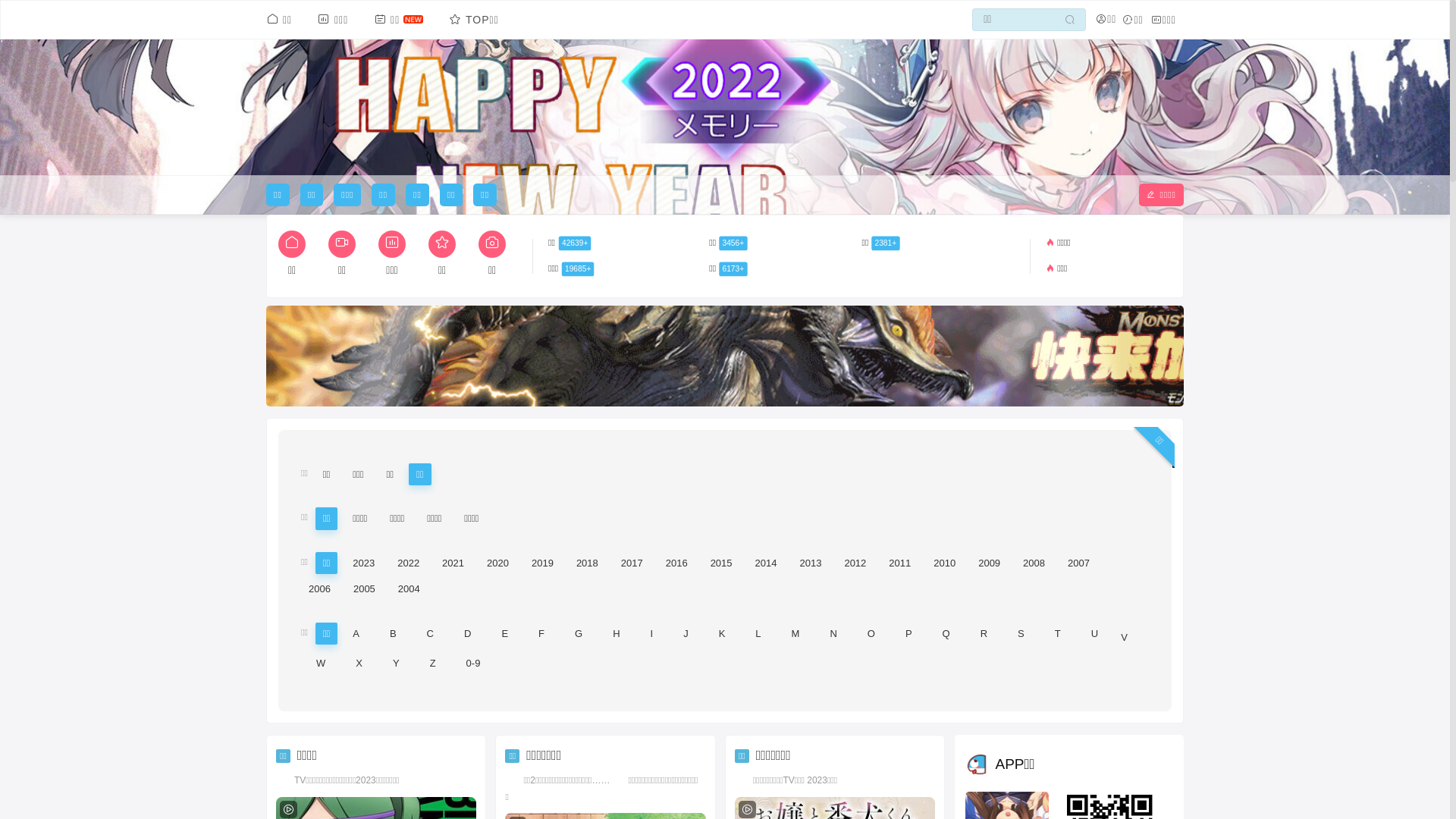 This screenshot has height=819, width=1456. What do you see at coordinates (408, 563) in the screenshot?
I see `'2022'` at bounding box center [408, 563].